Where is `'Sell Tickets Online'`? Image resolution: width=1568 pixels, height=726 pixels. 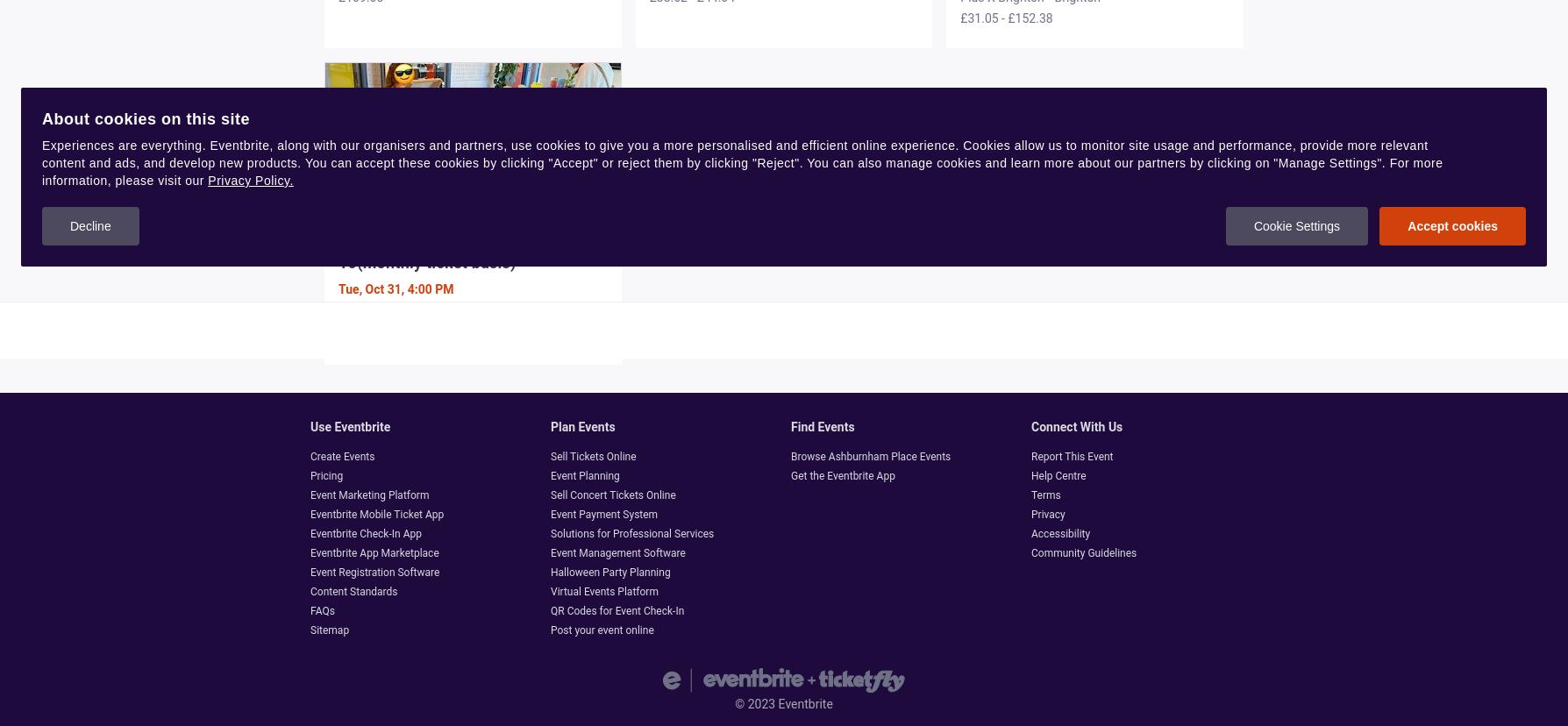
'Sell Tickets Online' is located at coordinates (592, 455).